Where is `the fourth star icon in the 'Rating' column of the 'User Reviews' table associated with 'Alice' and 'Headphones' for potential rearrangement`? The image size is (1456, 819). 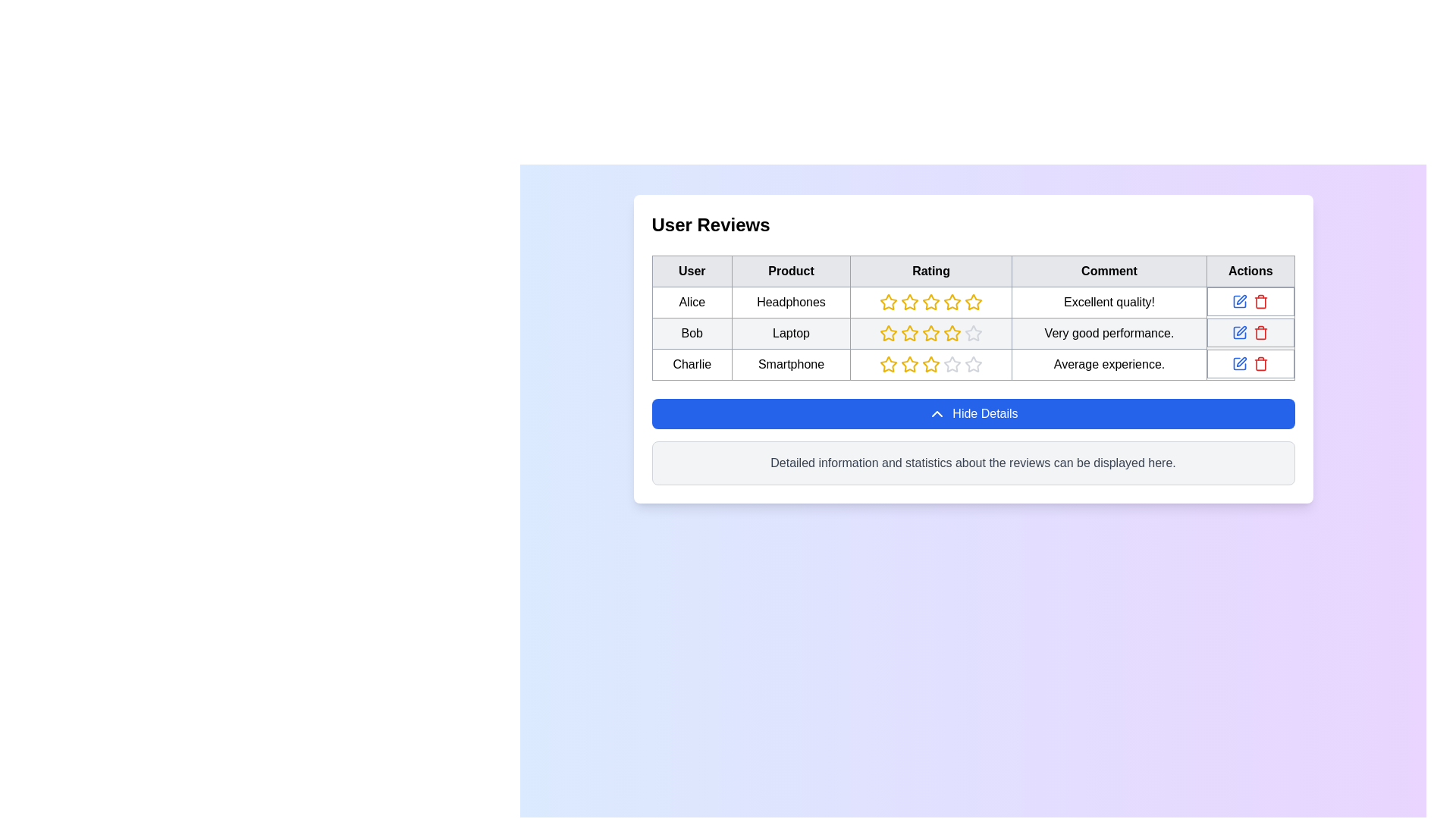
the fourth star icon in the 'Rating' column of the 'User Reviews' table associated with 'Alice' and 'Headphones' for potential rearrangement is located at coordinates (952, 302).